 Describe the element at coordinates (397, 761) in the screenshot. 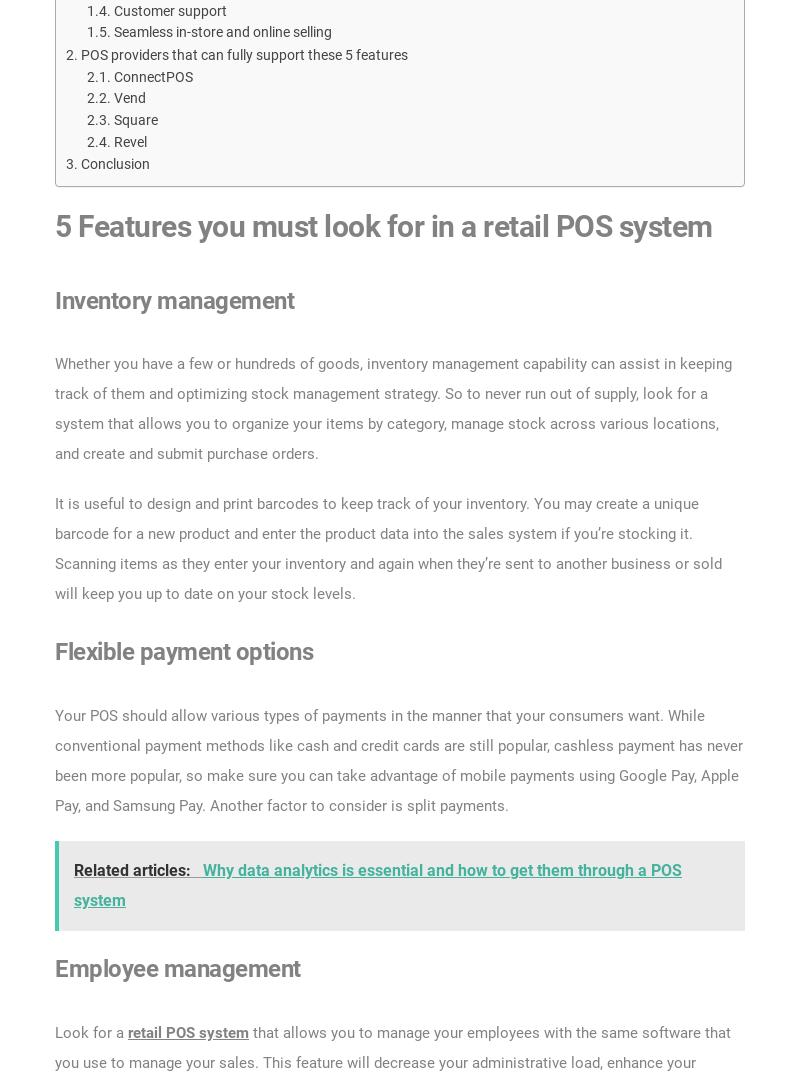

I see `'Your POS should allow various types of payments in the manner that your consumers want. While conventional payment methods like cash and credit cards are still popular, cashless payment has never been more popular, so make sure you can take advantage of mobile payments using Google Pay, Apple Pay, and Samsung Pay. Another factor to consider is split payments.'` at that location.